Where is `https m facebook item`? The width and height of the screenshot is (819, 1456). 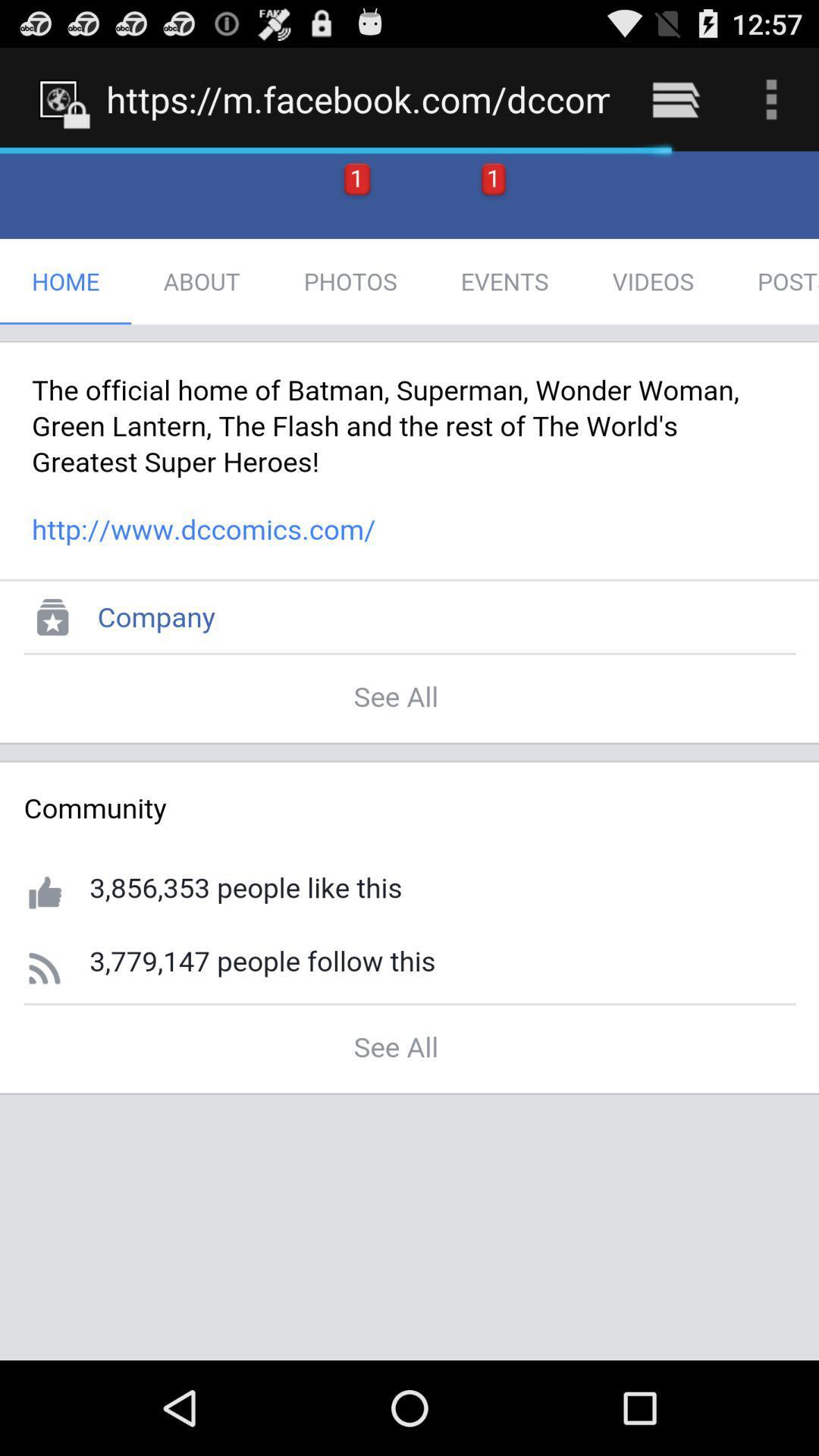 https m facebook item is located at coordinates (358, 99).